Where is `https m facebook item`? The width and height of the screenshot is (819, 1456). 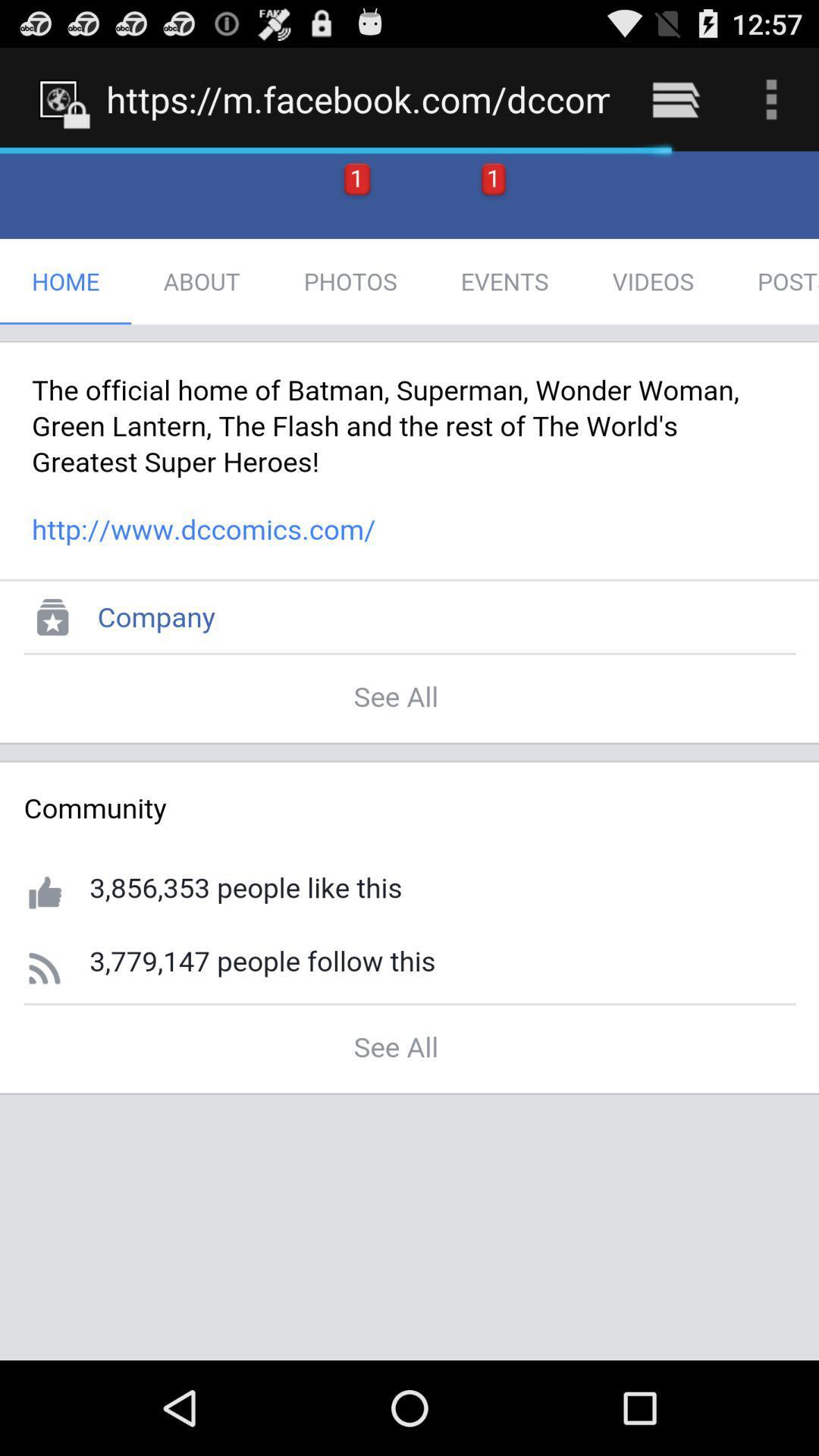 https m facebook item is located at coordinates (358, 99).